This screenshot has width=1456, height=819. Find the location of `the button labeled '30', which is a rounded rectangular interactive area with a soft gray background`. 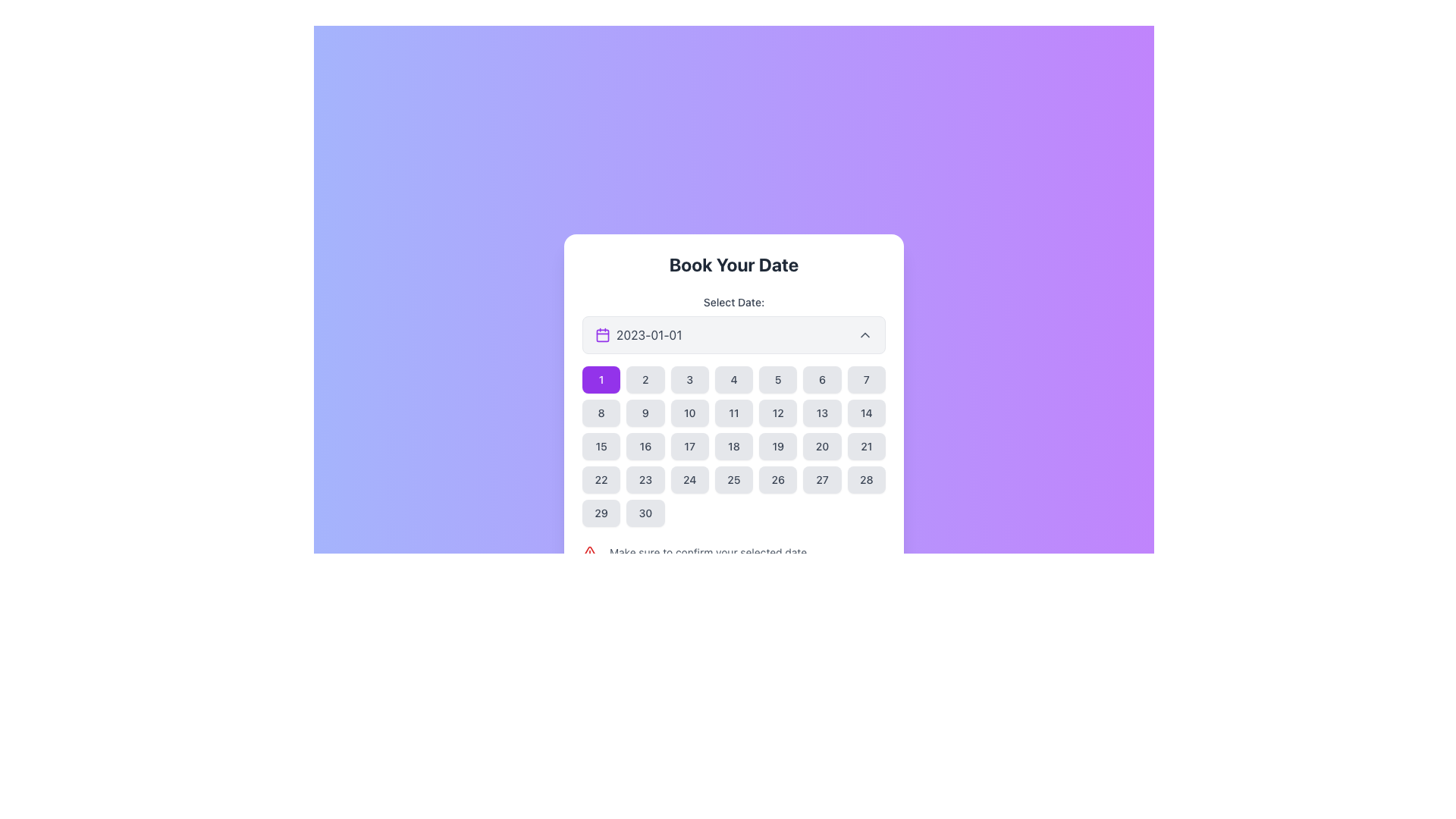

the button labeled '30', which is a rounded rectangular interactive area with a soft gray background is located at coordinates (645, 513).